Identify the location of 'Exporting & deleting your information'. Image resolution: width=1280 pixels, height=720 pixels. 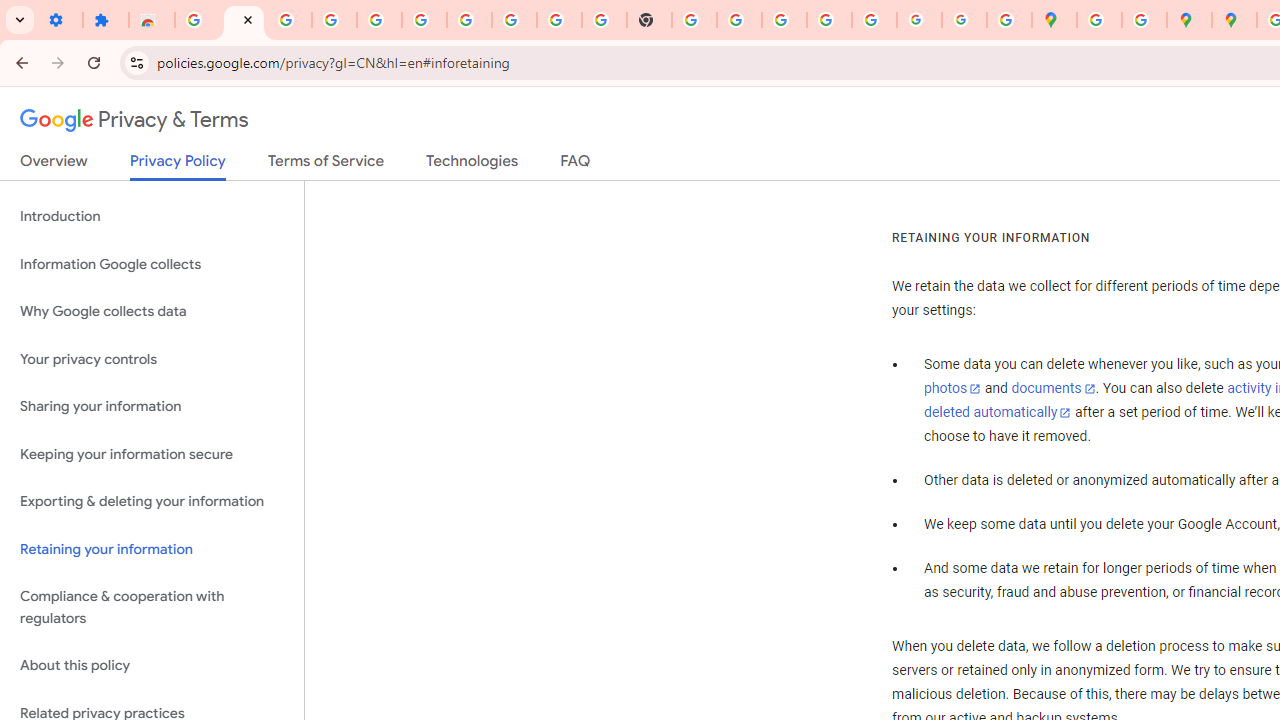
(151, 501).